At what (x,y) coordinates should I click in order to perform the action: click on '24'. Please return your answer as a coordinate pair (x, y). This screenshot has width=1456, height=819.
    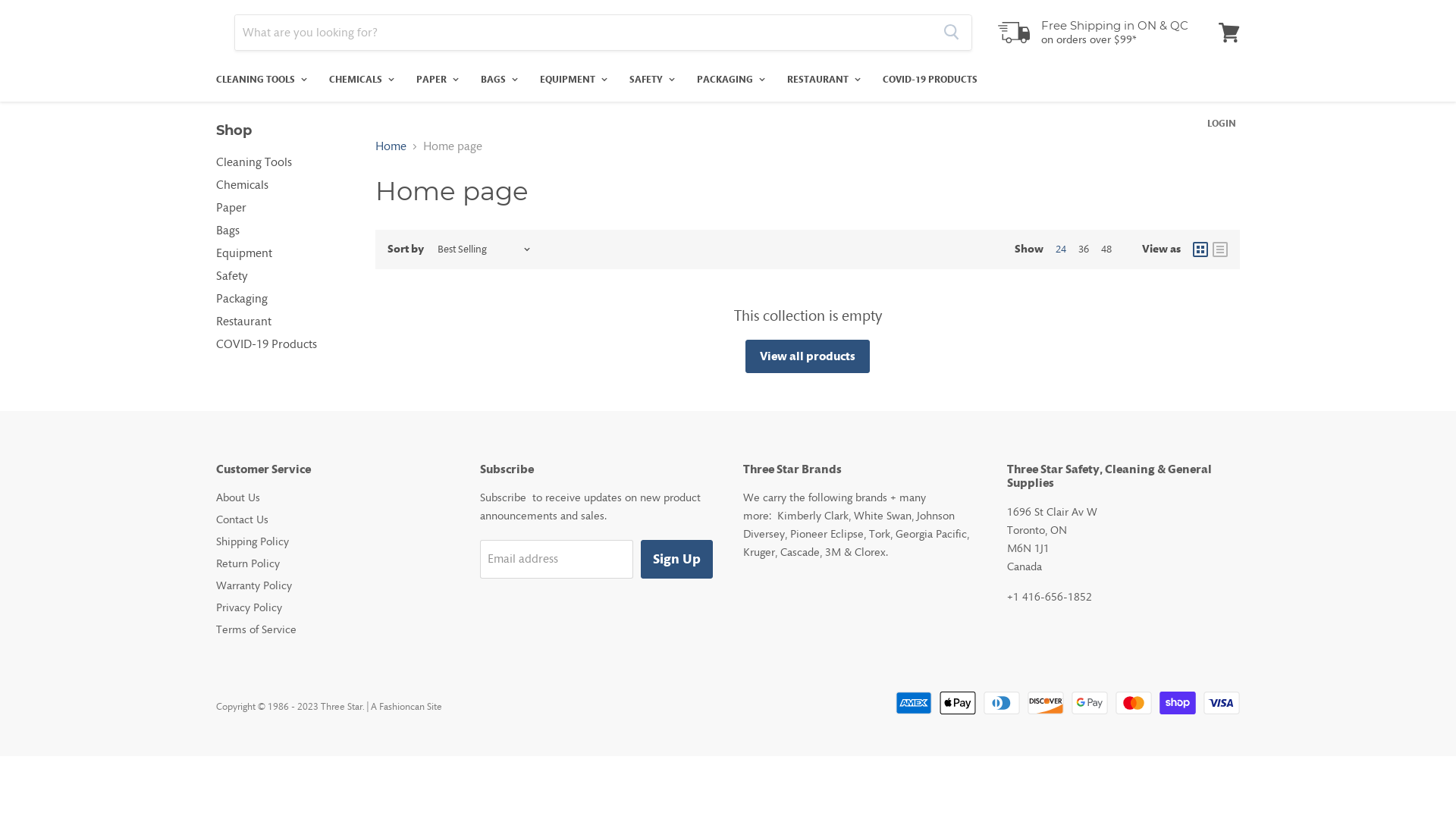
    Looking at the image, I should click on (1055, 248).